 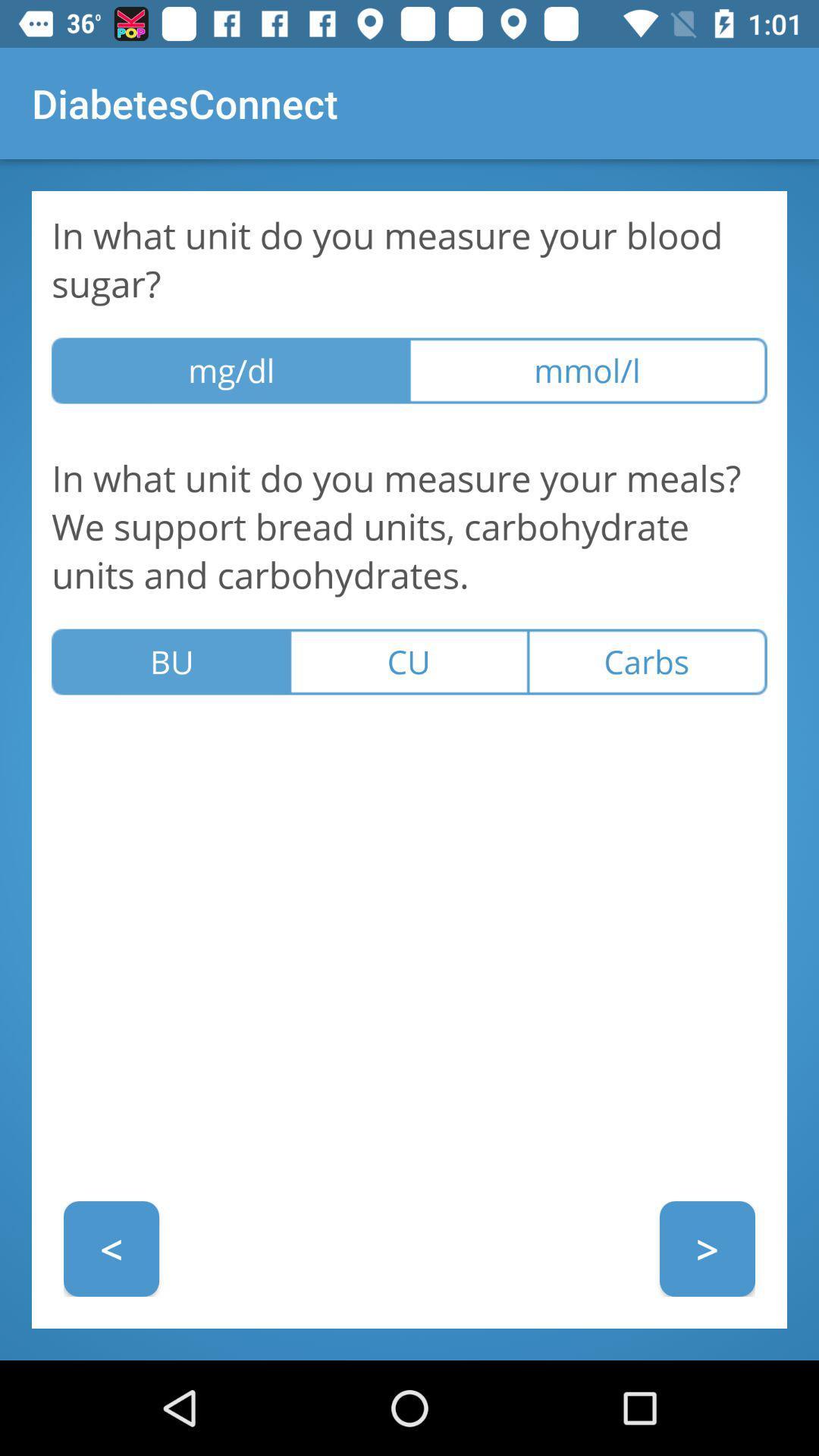 What do you see at coordinates (171, 662) in the screenshot?
I see `icon above the < item` at bounding box center [171, 662].